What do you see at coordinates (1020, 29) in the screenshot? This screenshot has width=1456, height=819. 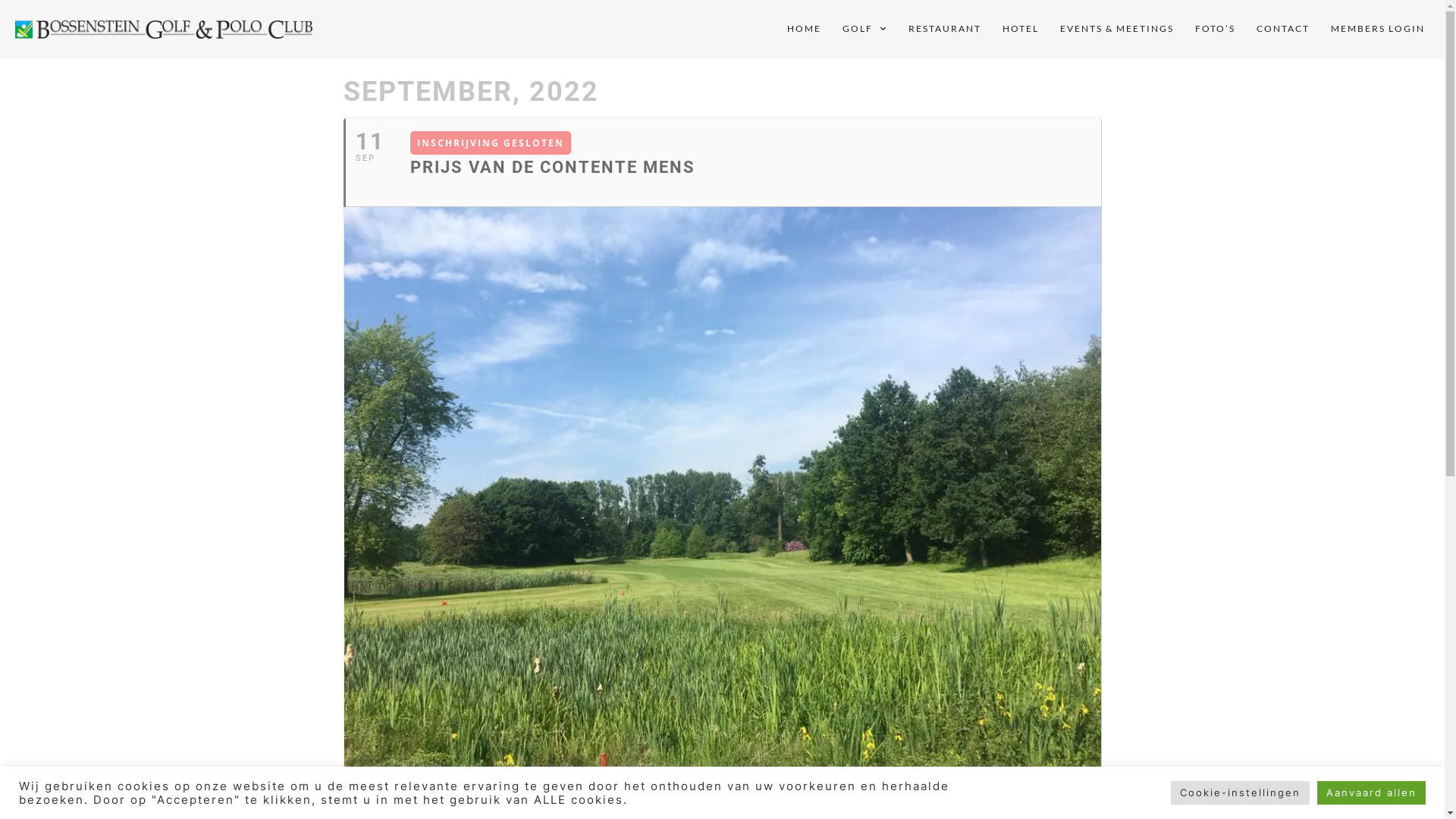 I see `'HOTEL'` at bounding box center [1020, 29].